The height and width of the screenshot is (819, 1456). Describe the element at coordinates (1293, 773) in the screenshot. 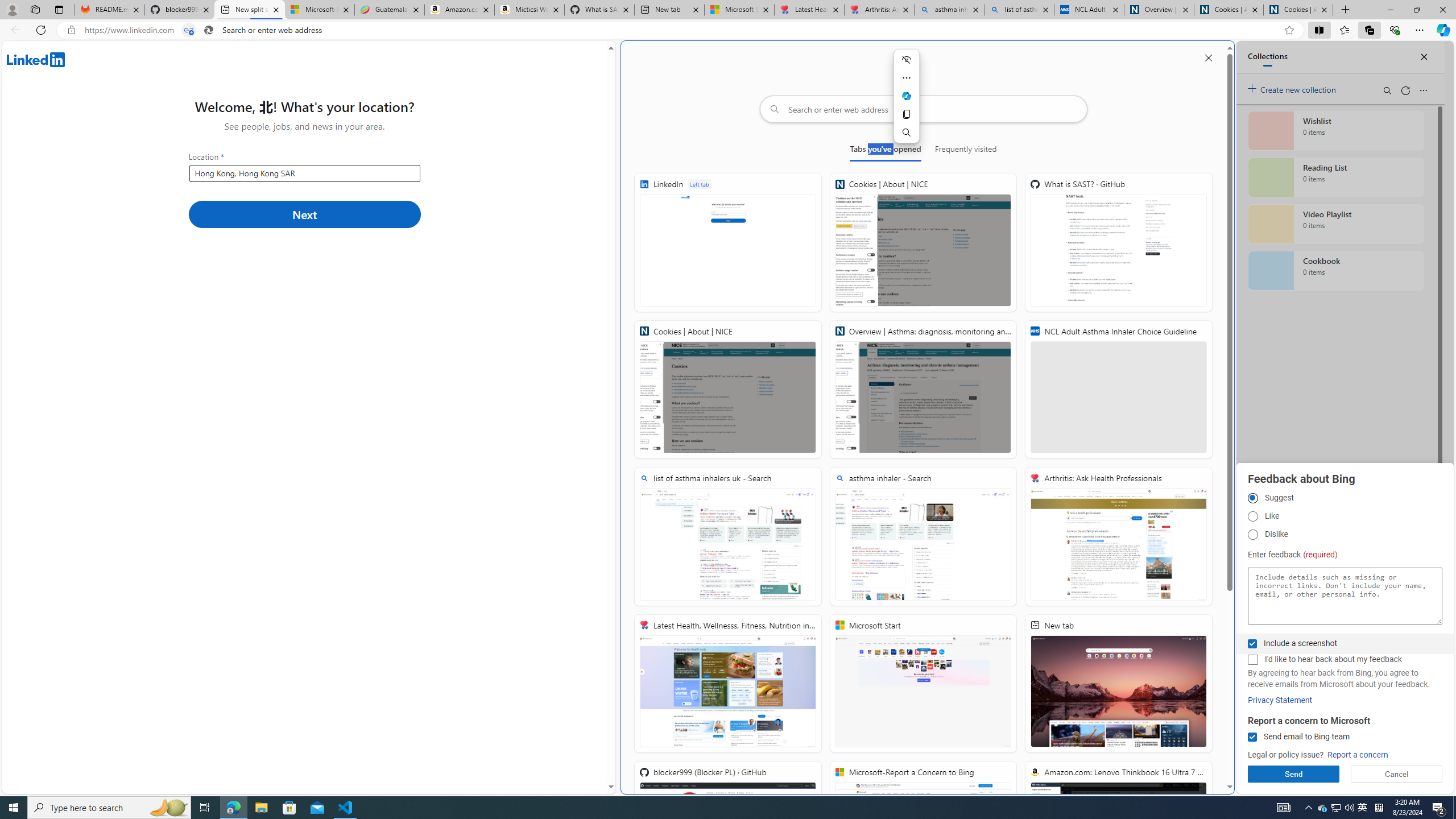

I see `'Send'` at that location.